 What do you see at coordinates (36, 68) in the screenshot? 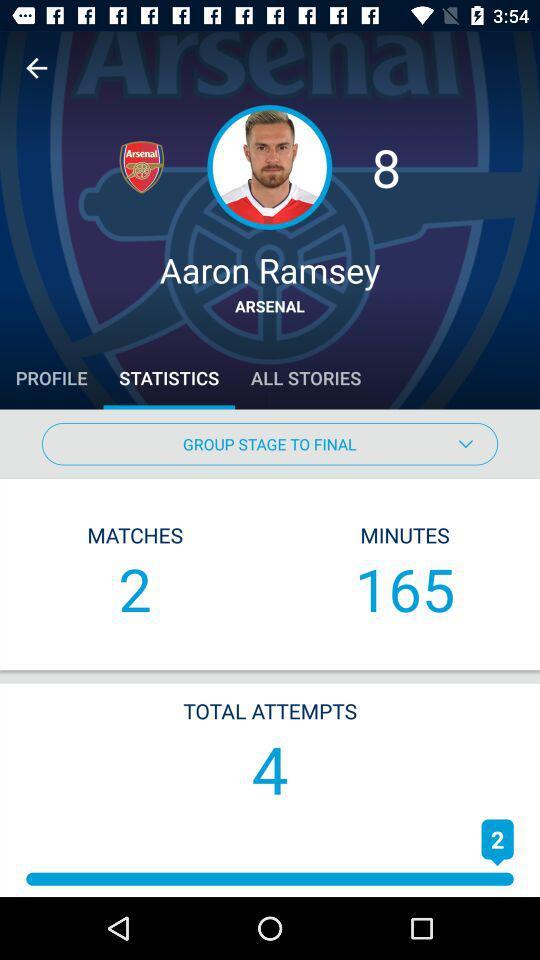
I see `back to previous menu` at bounding box center [36, 68].